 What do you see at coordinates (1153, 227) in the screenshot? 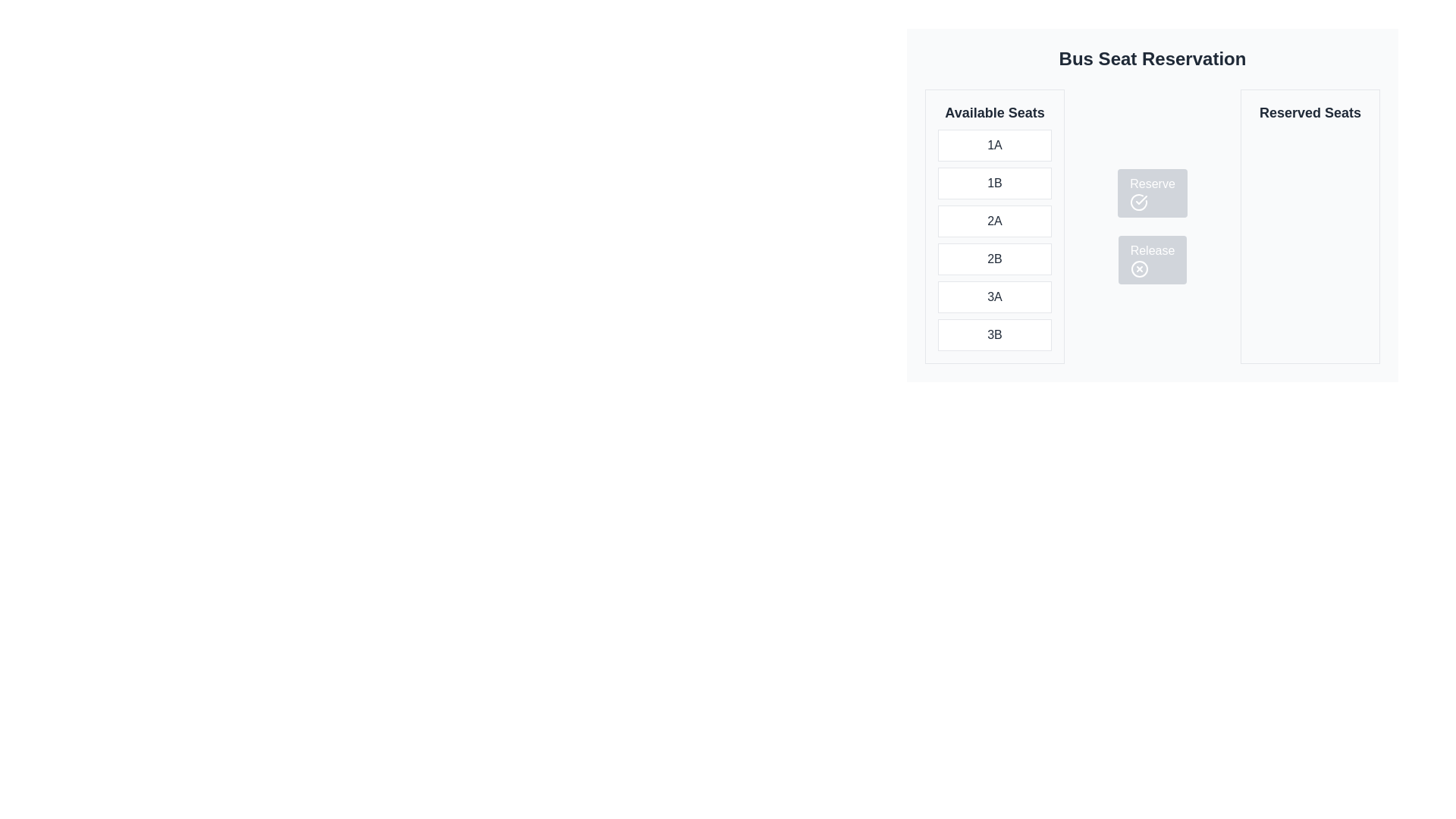
I see `keyboard navigation` at bounding box center [1153, 227].